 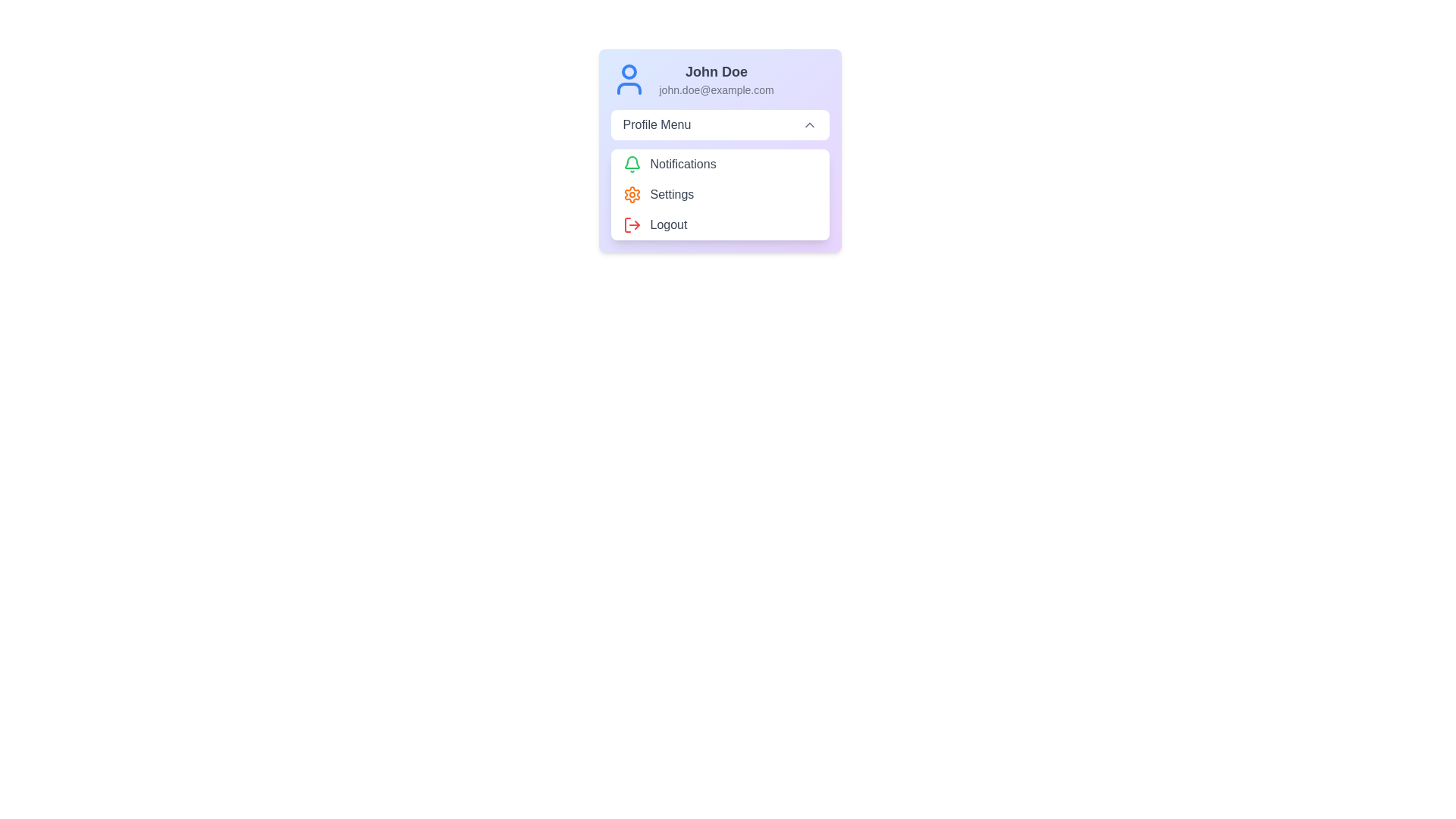 What do you see at coordinates (632, 194) in the screenshot?
I see `the 'Settings' menu icon, which serves as a visual indicator for accessing configuration options` at bounding box center [632, 194].